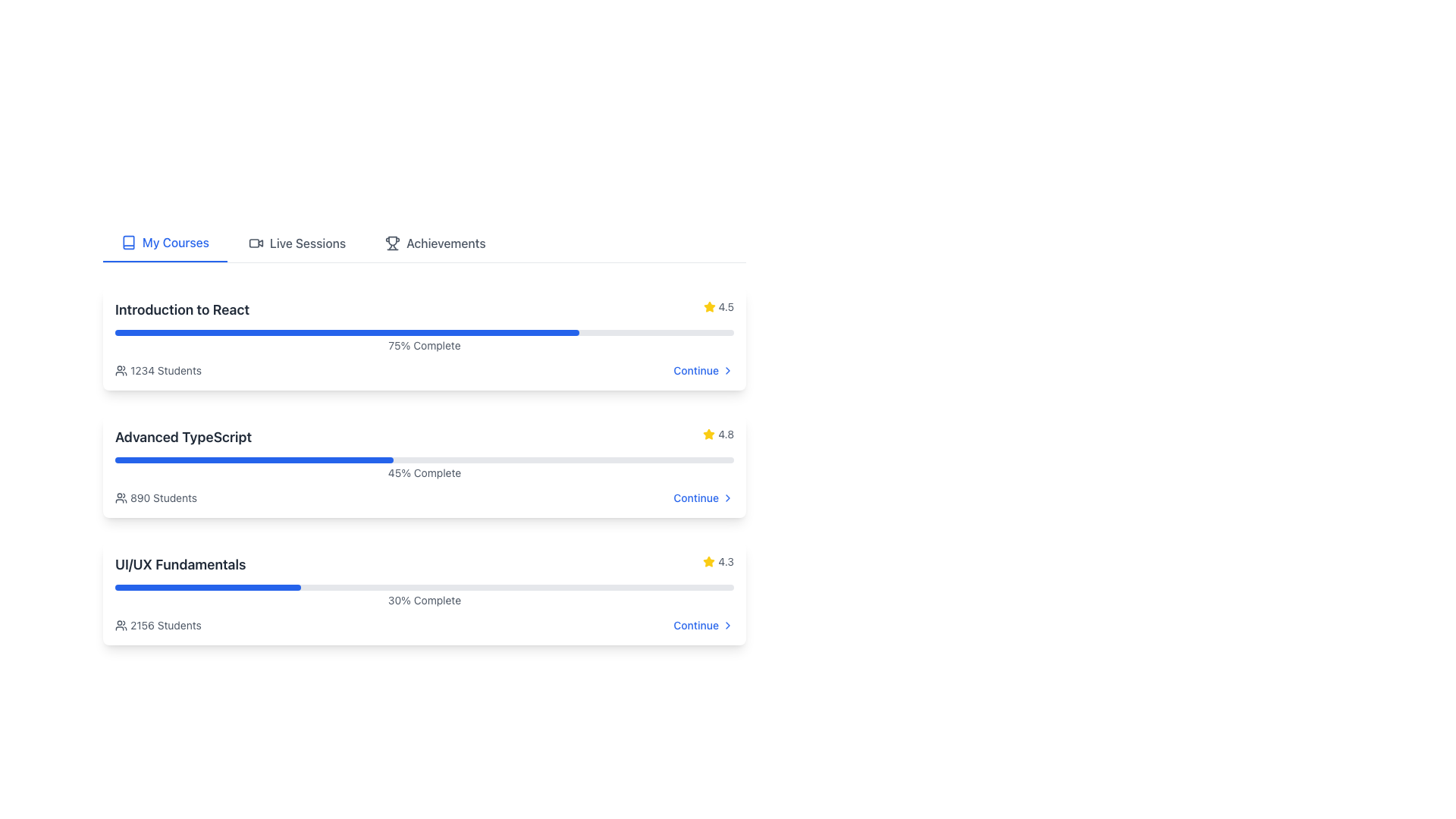 This screenshot has width=1456, height=819. I want to click on the yellow star icon indicating the rating in the 'UI/UX Fundamentals' course section, which is located to the left of the numerical rating '4.3', so click(708, 561).